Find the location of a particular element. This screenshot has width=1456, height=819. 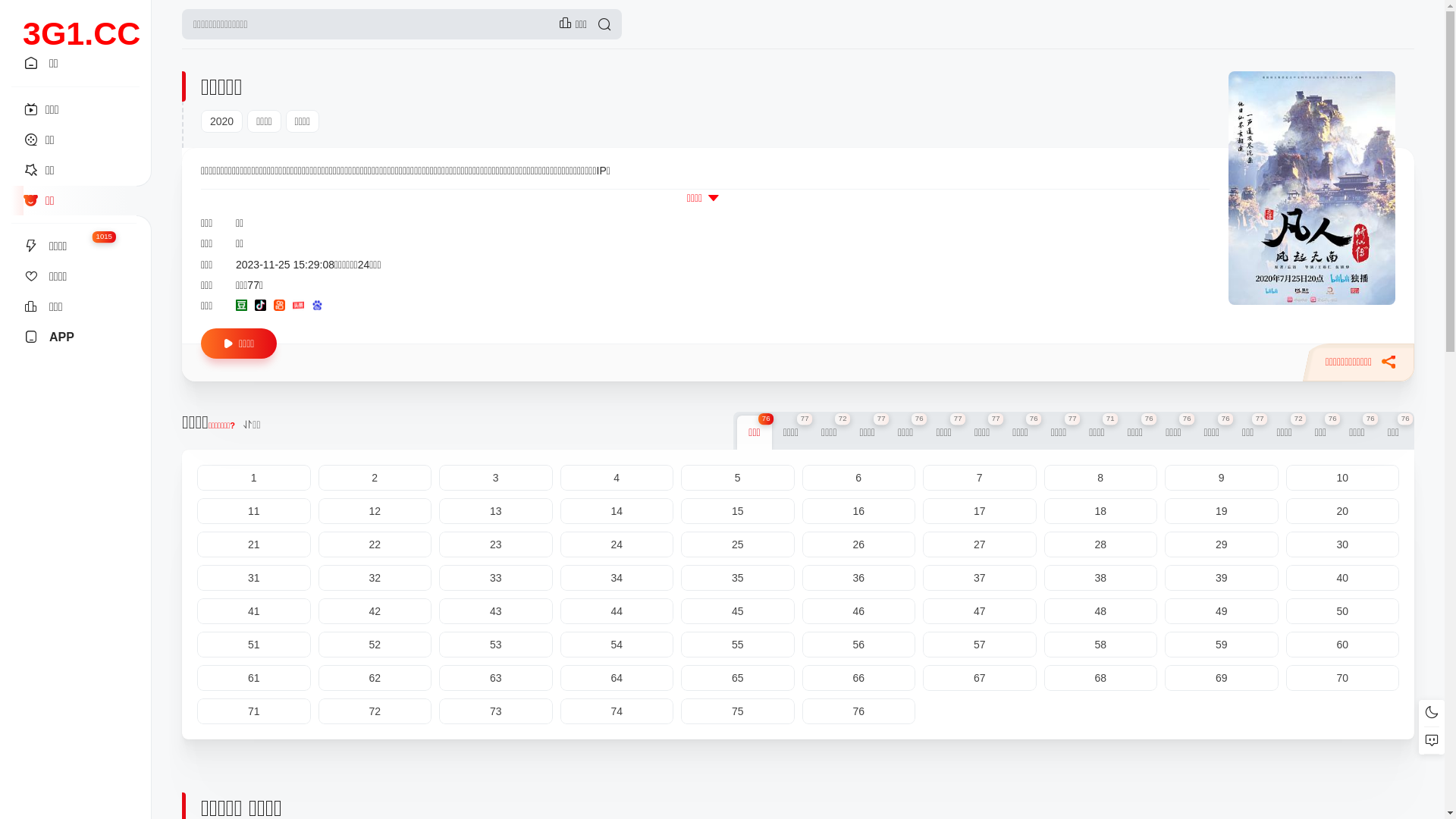

'18' is located at coordinates (1100, 511).